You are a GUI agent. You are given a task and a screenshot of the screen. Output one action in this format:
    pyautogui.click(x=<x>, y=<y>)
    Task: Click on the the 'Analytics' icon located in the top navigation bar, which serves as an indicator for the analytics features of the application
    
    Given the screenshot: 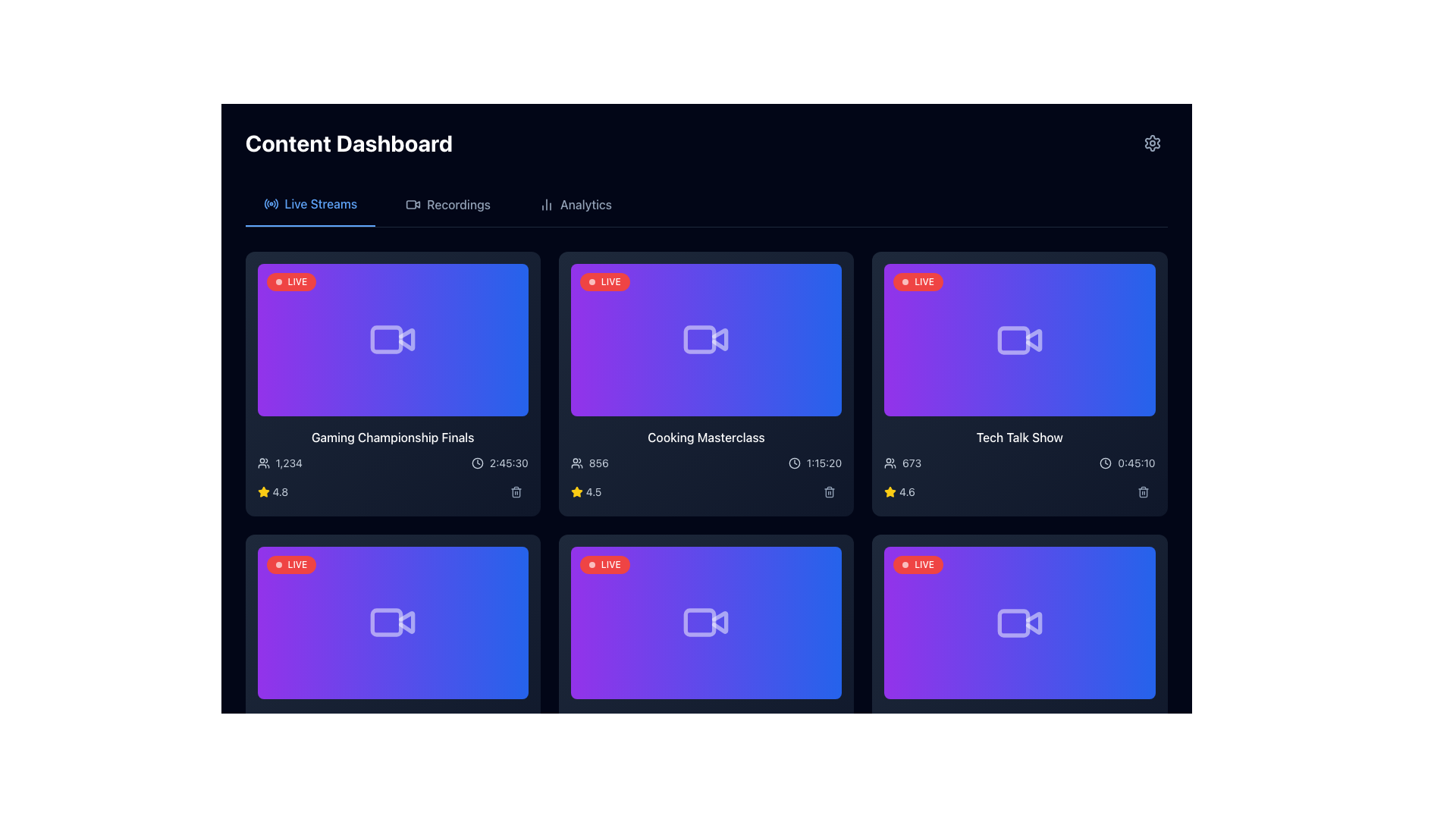 What is the action you would take?
    pyautogui.click(x=546, y=205)
    